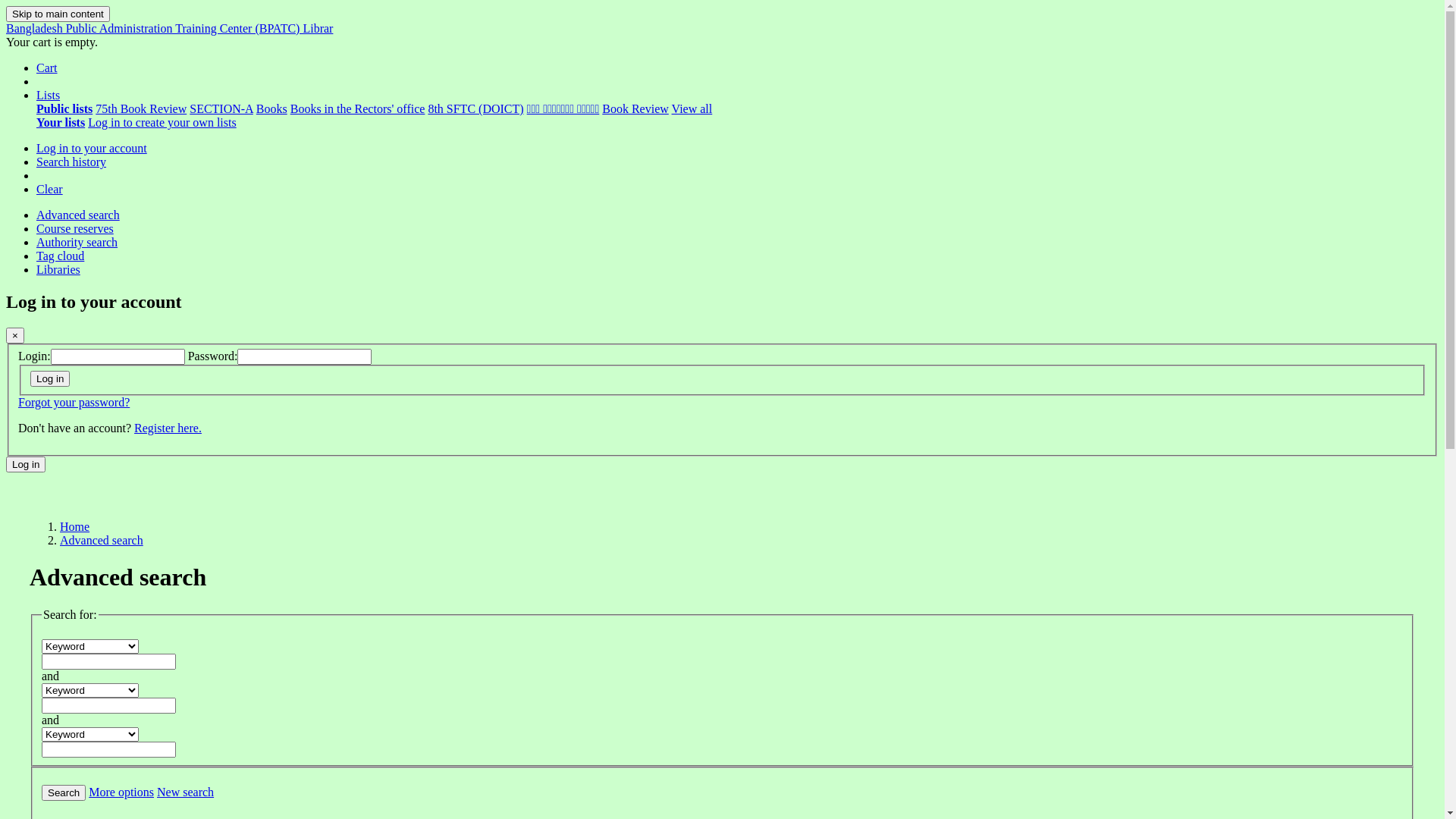 This screenshot has width=1456, height=819. Describe the element at coordinates (71, 162) in the screenshot. I see `'Search history'` at that location.